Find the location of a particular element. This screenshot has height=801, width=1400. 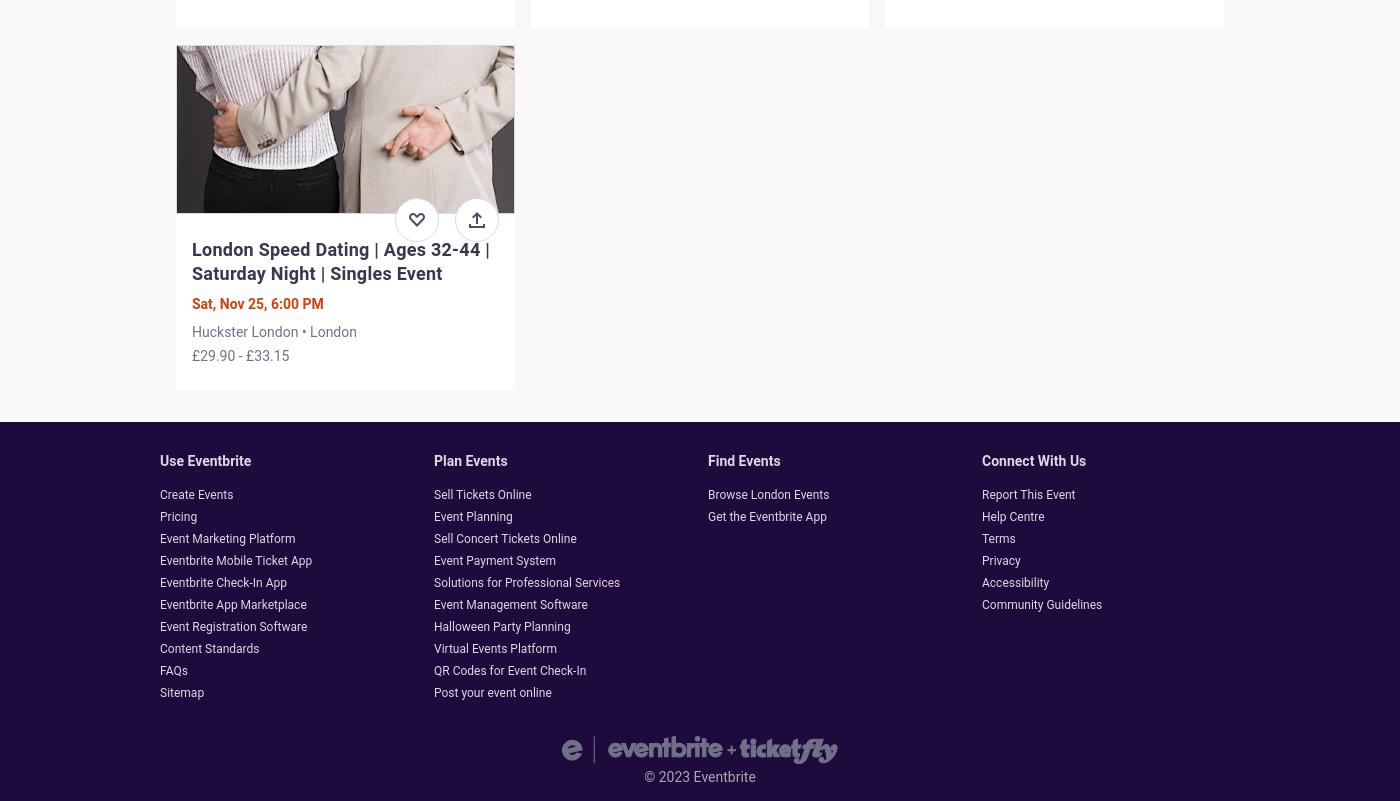

'Eventbrite Check-In App' is located at coordinates (223, 581).